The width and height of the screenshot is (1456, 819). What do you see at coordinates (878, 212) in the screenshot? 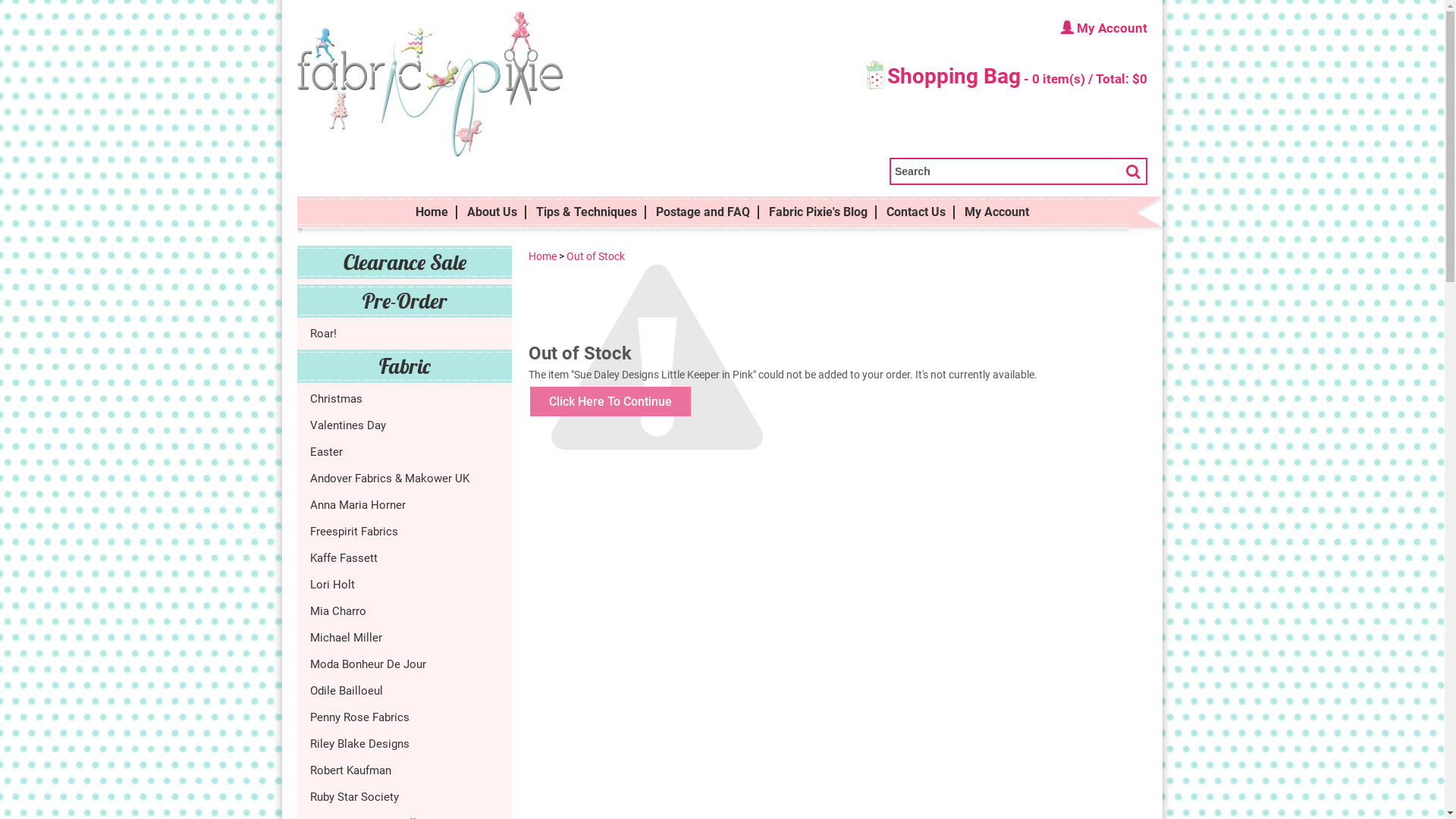
I see `'Contact Us'` at bounding box center [878, 212].